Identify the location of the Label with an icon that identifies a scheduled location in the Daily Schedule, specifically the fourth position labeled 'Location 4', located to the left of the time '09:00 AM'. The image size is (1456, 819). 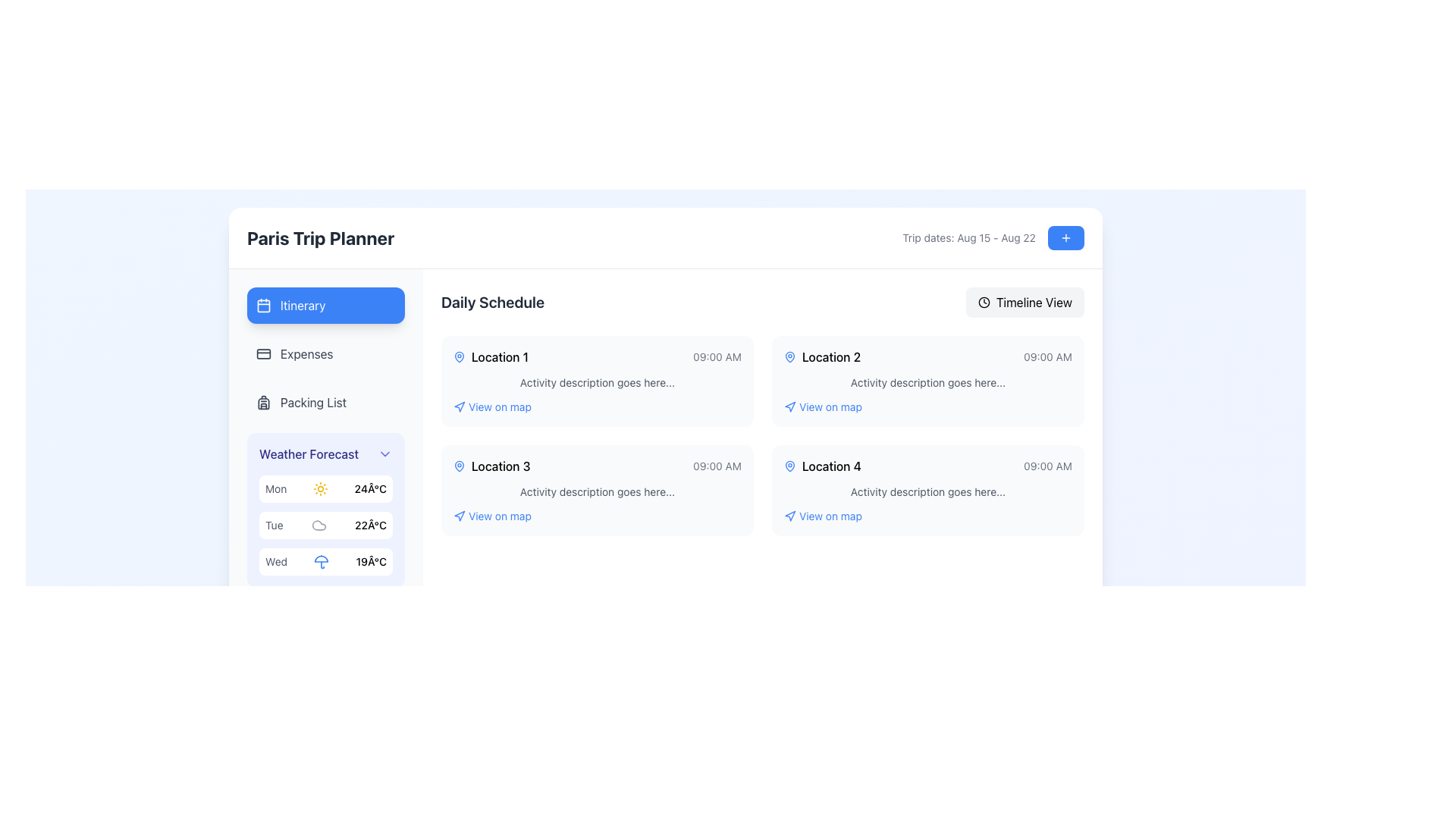
(821, 465).